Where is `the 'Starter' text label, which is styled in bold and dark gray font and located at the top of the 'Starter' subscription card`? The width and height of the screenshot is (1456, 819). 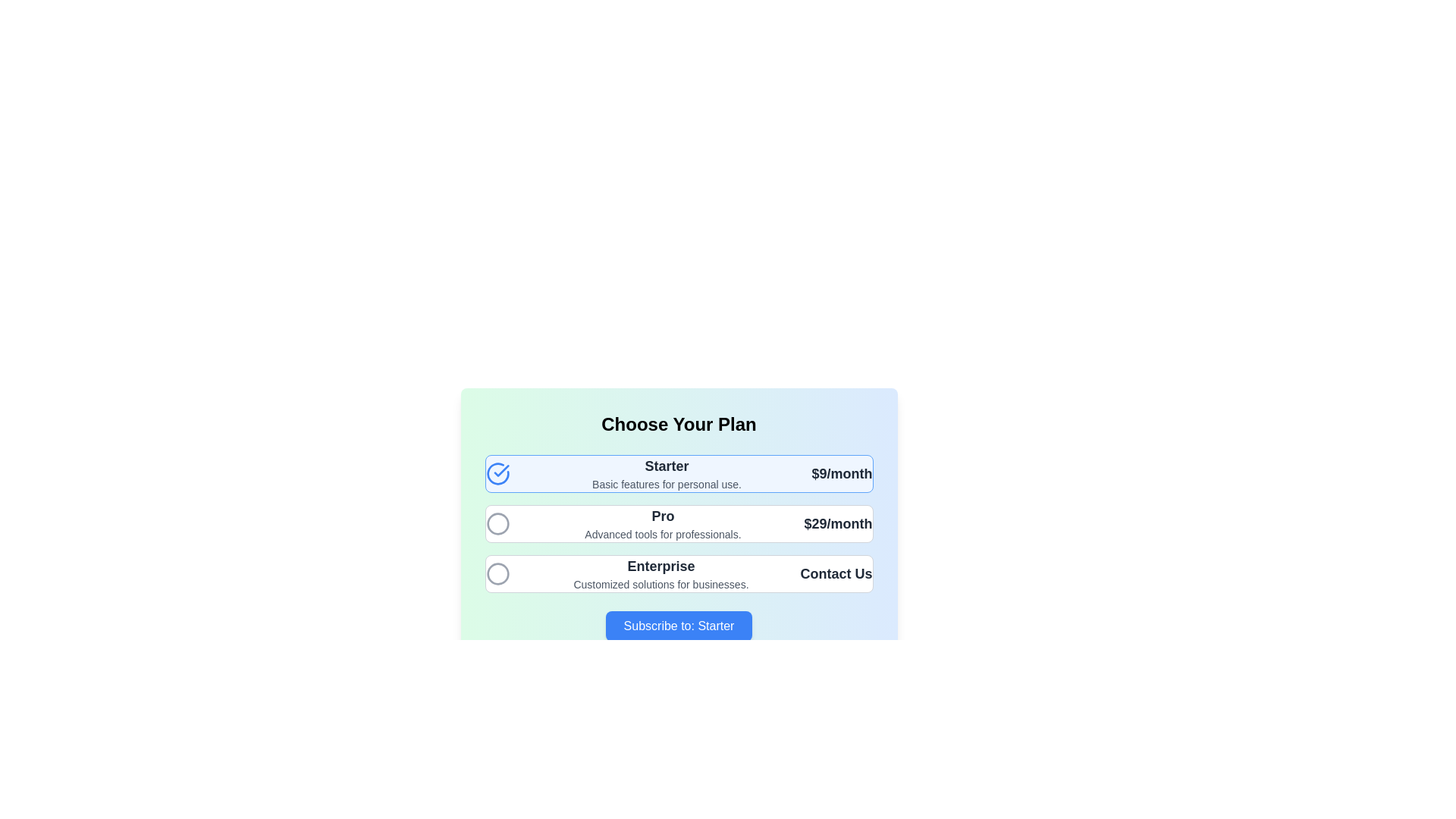 the 'Starter' text label, which is styled in bold and dark gray font and located at the top of the 'Starter' subscription card is located at coordinates (667, 465).